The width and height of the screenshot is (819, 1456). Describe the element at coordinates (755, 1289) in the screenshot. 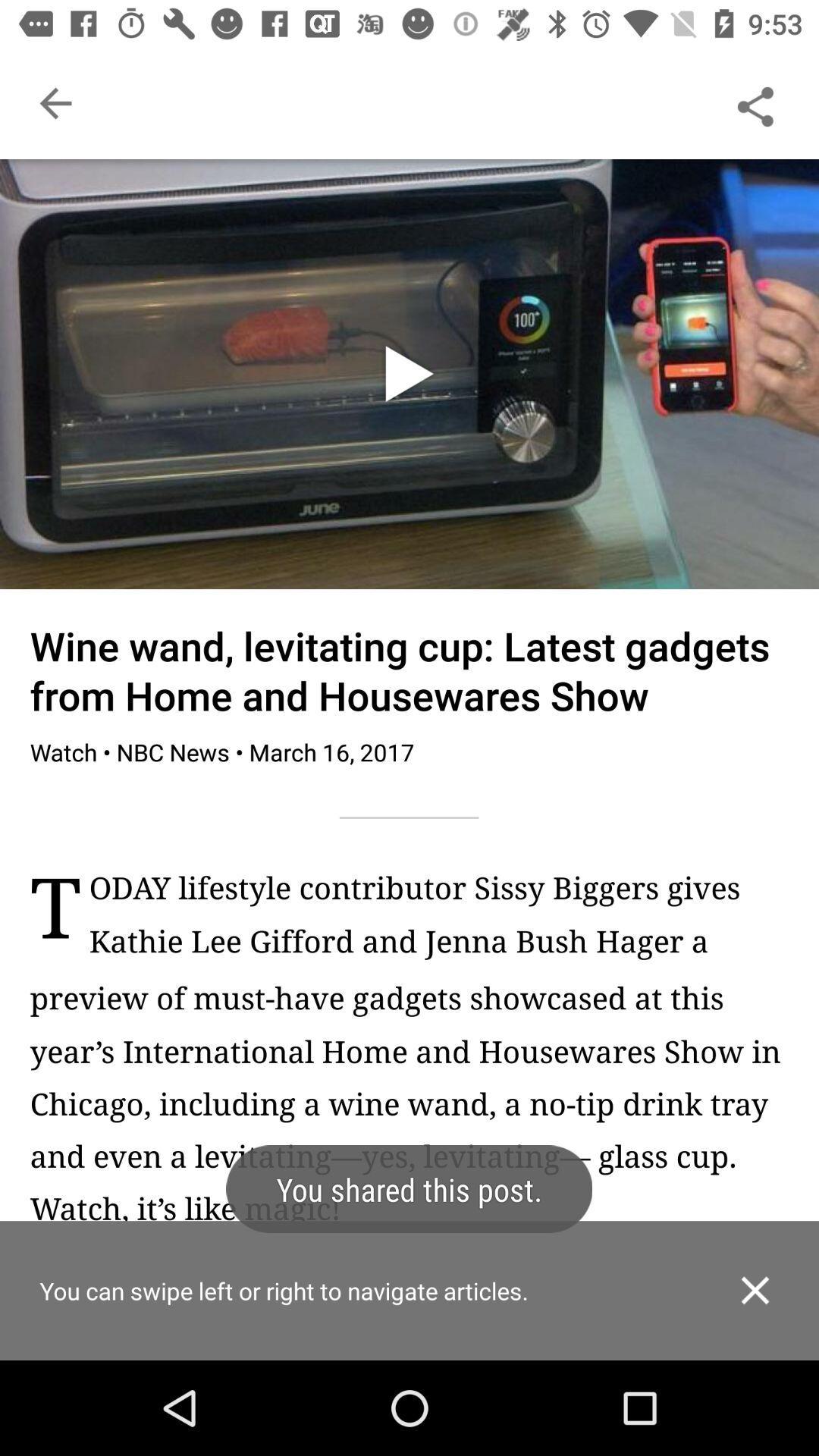

I see `the option` at that location.